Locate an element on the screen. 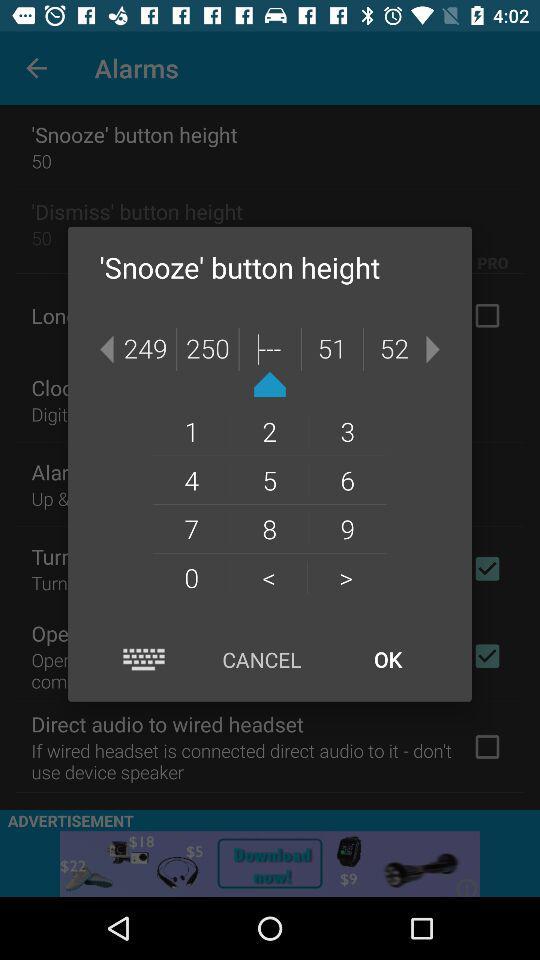 The height and width of the screenshot is (960, 540). the icon next to the 7 item is located at coordinates (269, 577).